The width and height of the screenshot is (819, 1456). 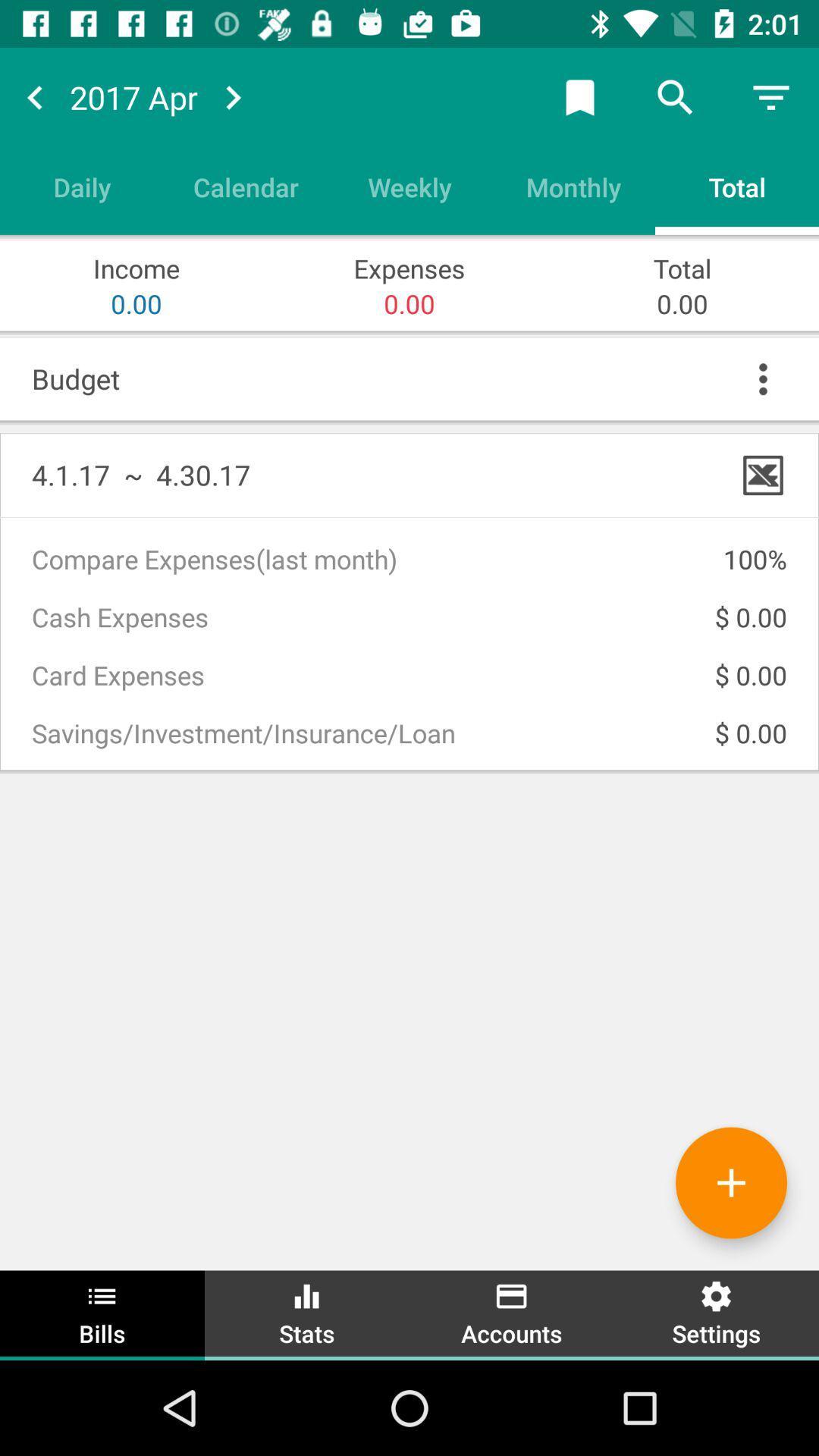 I want to click on the arrow_backward icon, so click(x=34, y=96).